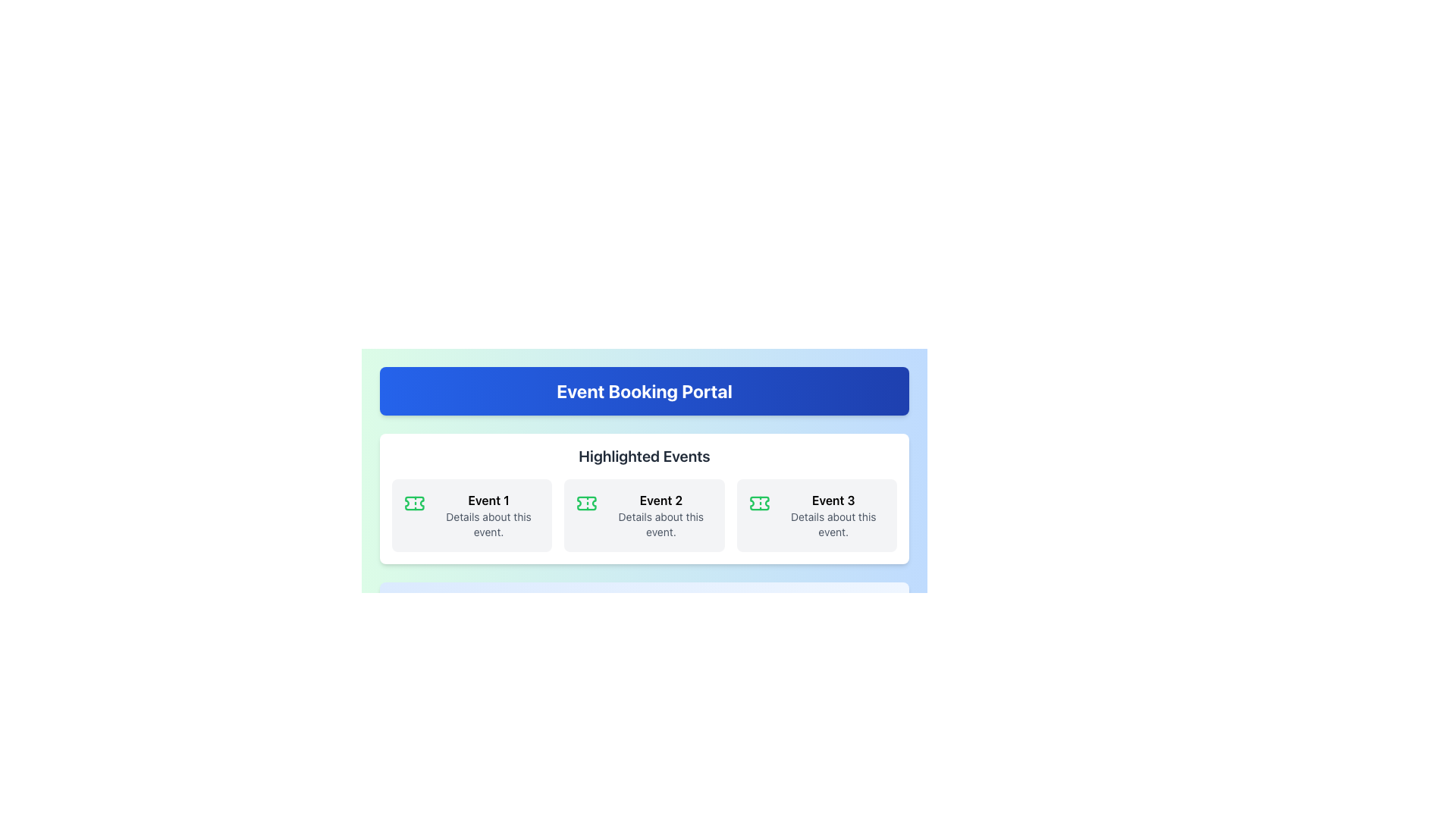  Describe the element at coordinates (586, 503) in the screenshot. I see `the decorative or functional icon for 'Event 2', which is located in the second highlighted event card, to the left of the text 'Event 2'` at that location.